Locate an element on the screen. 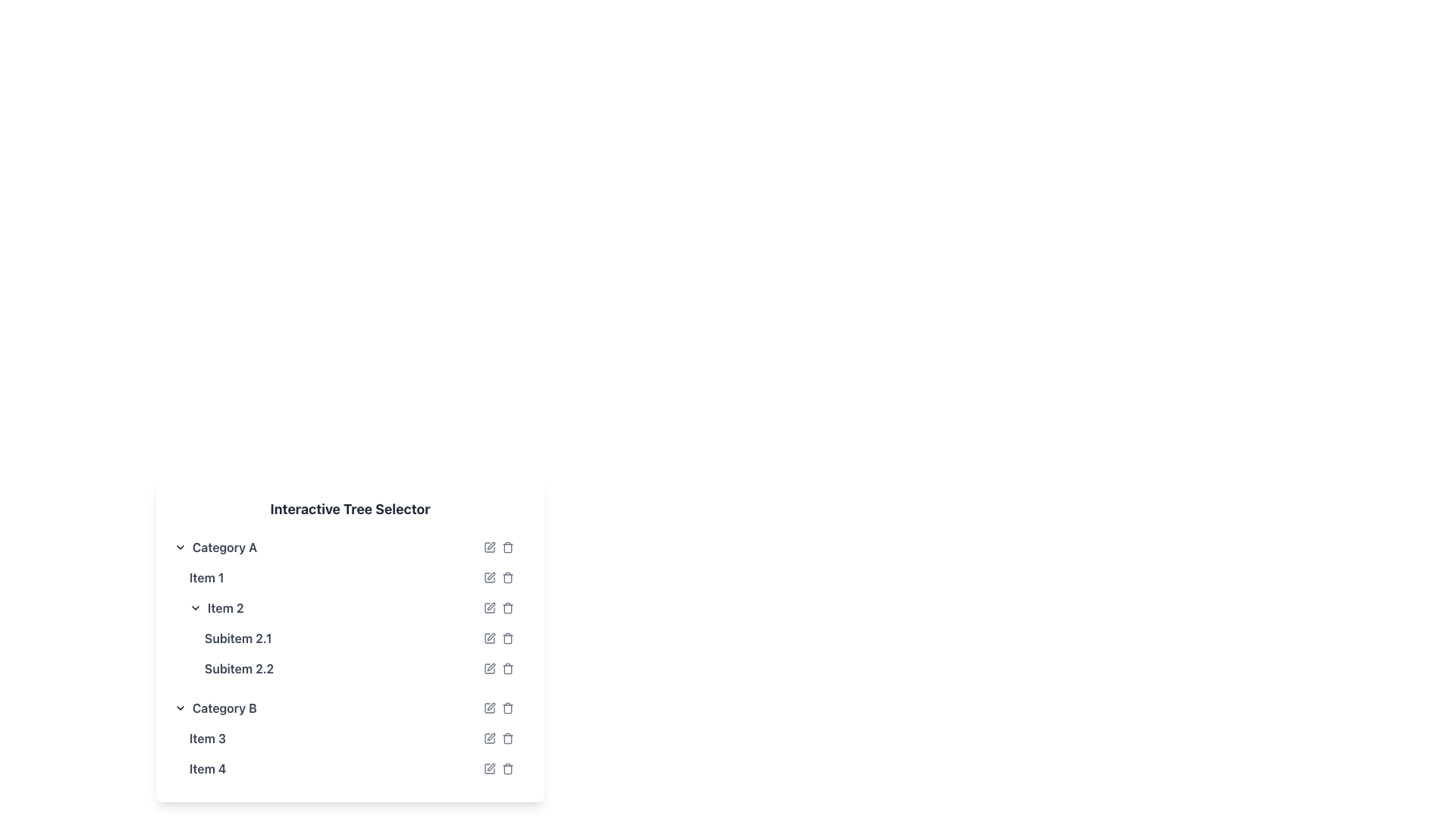 The image size is (1456, 819). the trash bin icon located to the right of 'Item 2' in the hierarchical tree under 'Category A' is located at coordinates (508, 607).